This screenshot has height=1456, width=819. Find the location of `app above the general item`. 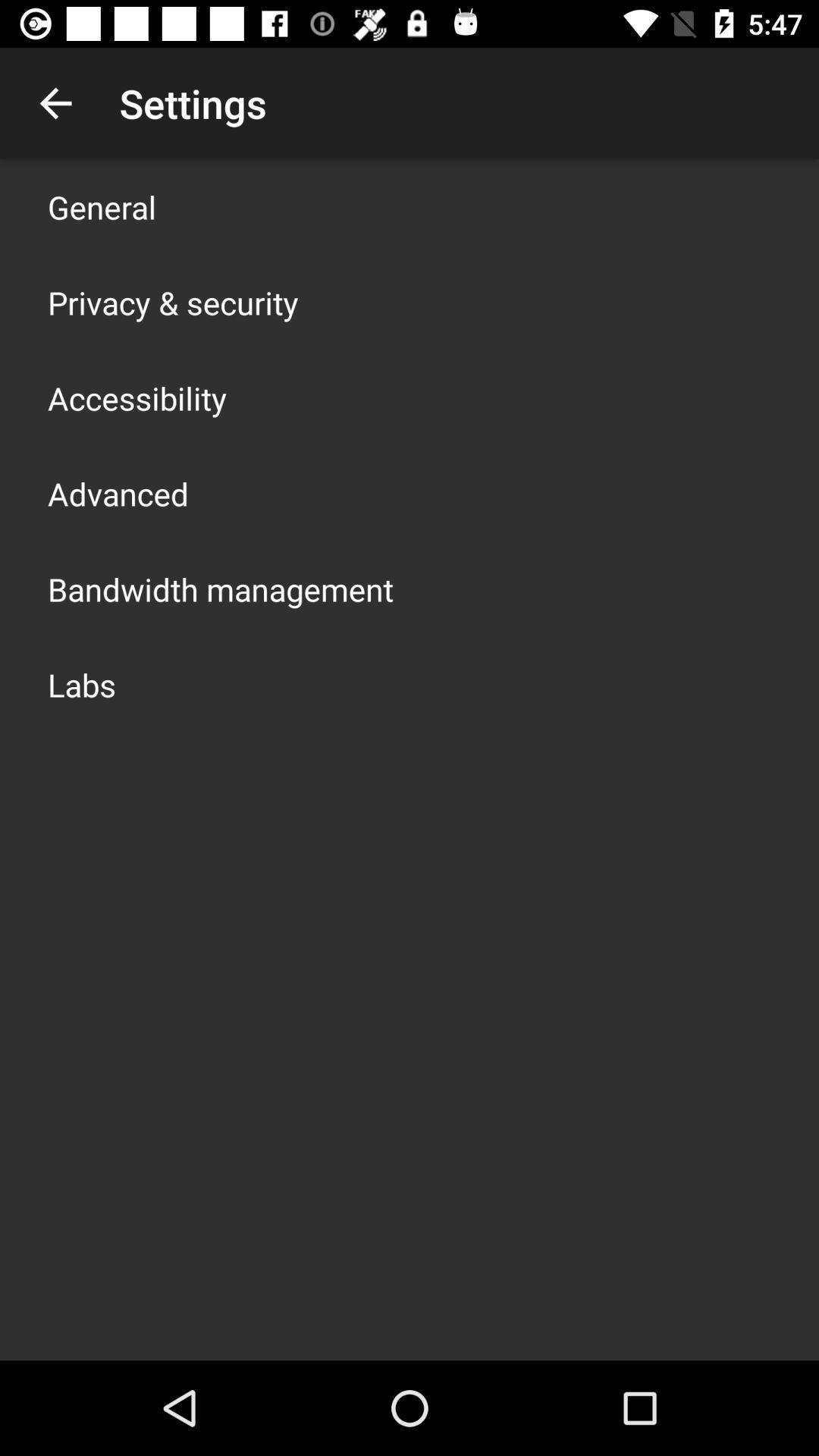

app above the general item is located at coordinates (55, 102).